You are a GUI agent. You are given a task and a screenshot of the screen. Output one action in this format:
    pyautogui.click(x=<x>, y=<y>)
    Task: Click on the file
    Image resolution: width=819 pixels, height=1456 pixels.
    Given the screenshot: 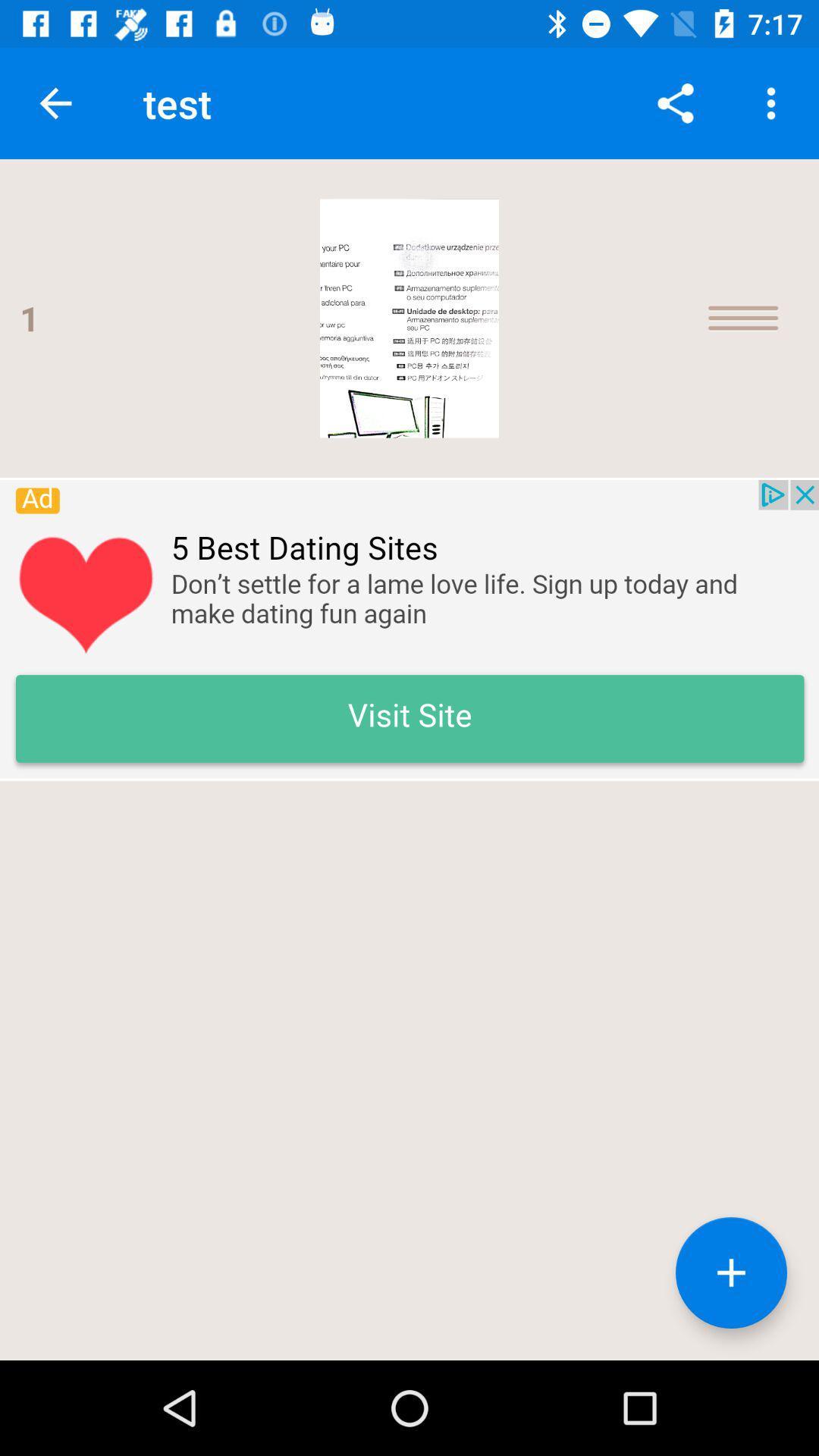 What is the action you would take?
    pyautogui.click(x=730, y=1272)
    